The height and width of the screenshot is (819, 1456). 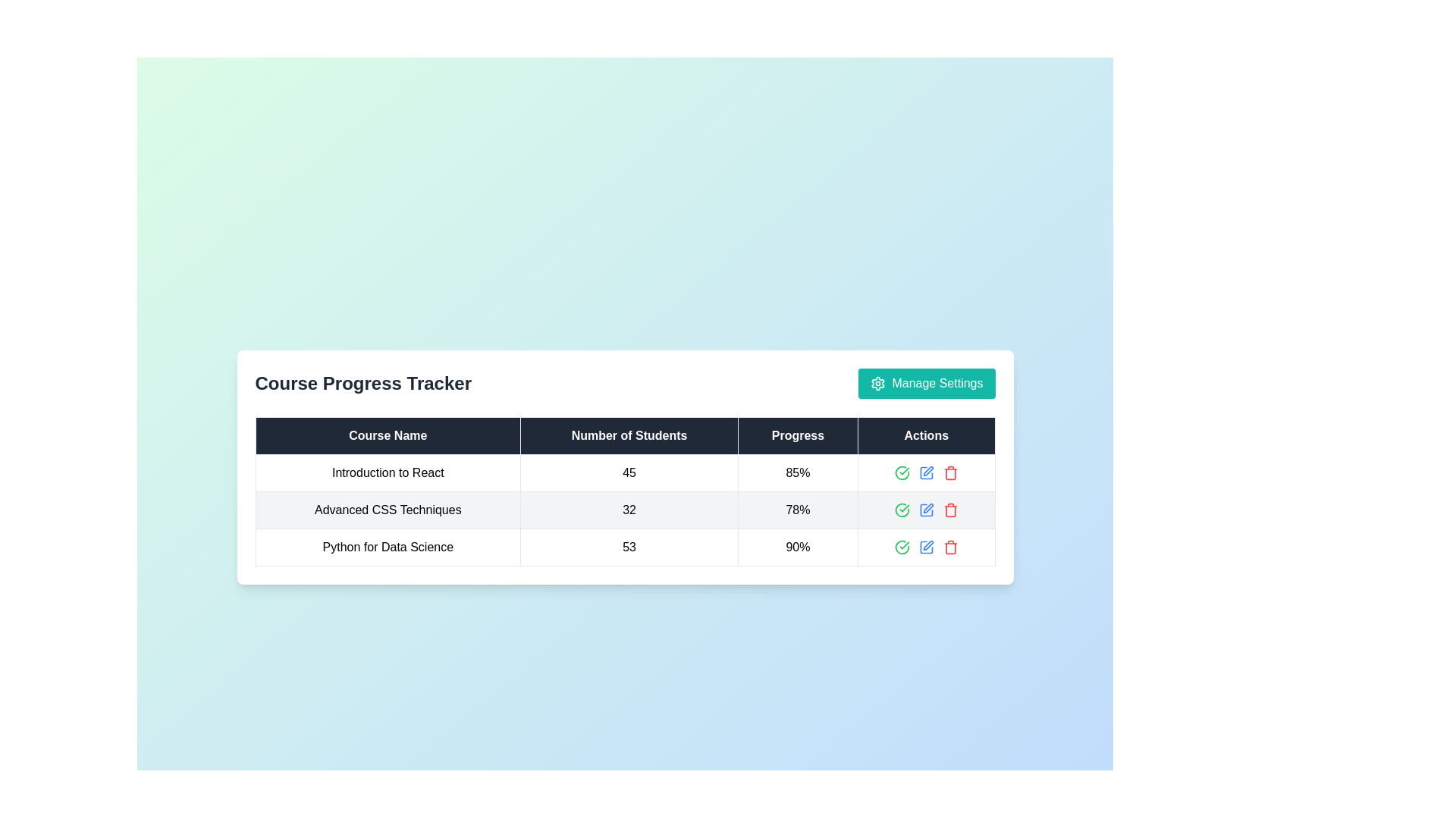 I want to click on the green circular icon with a checkmark in the 'Actions' column of the table for the course 'Python for Data Science', so click(x=902, y=547).